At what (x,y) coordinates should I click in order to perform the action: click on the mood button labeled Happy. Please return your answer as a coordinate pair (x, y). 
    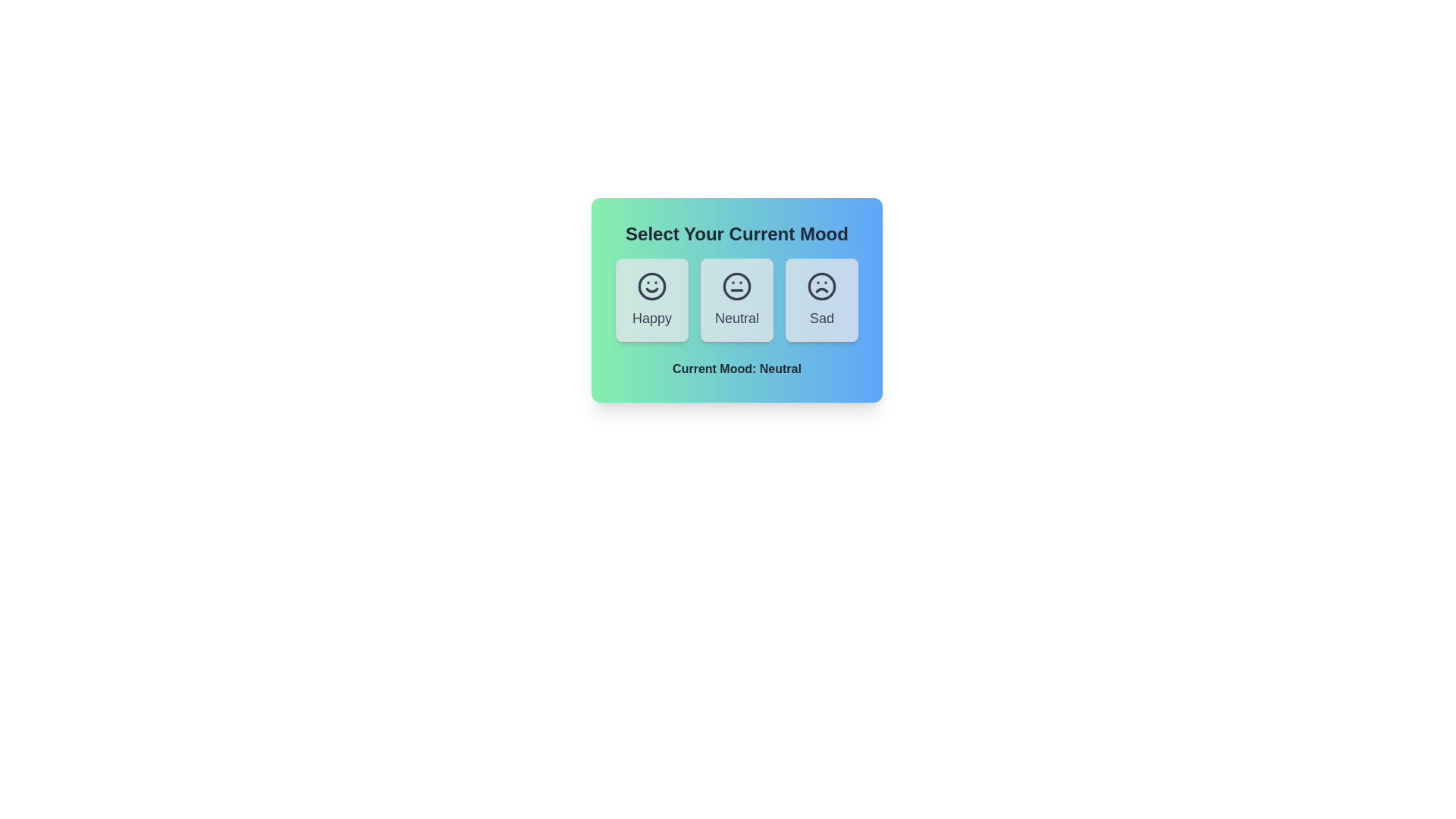
    Looking at the image, I should click on (651, 300).